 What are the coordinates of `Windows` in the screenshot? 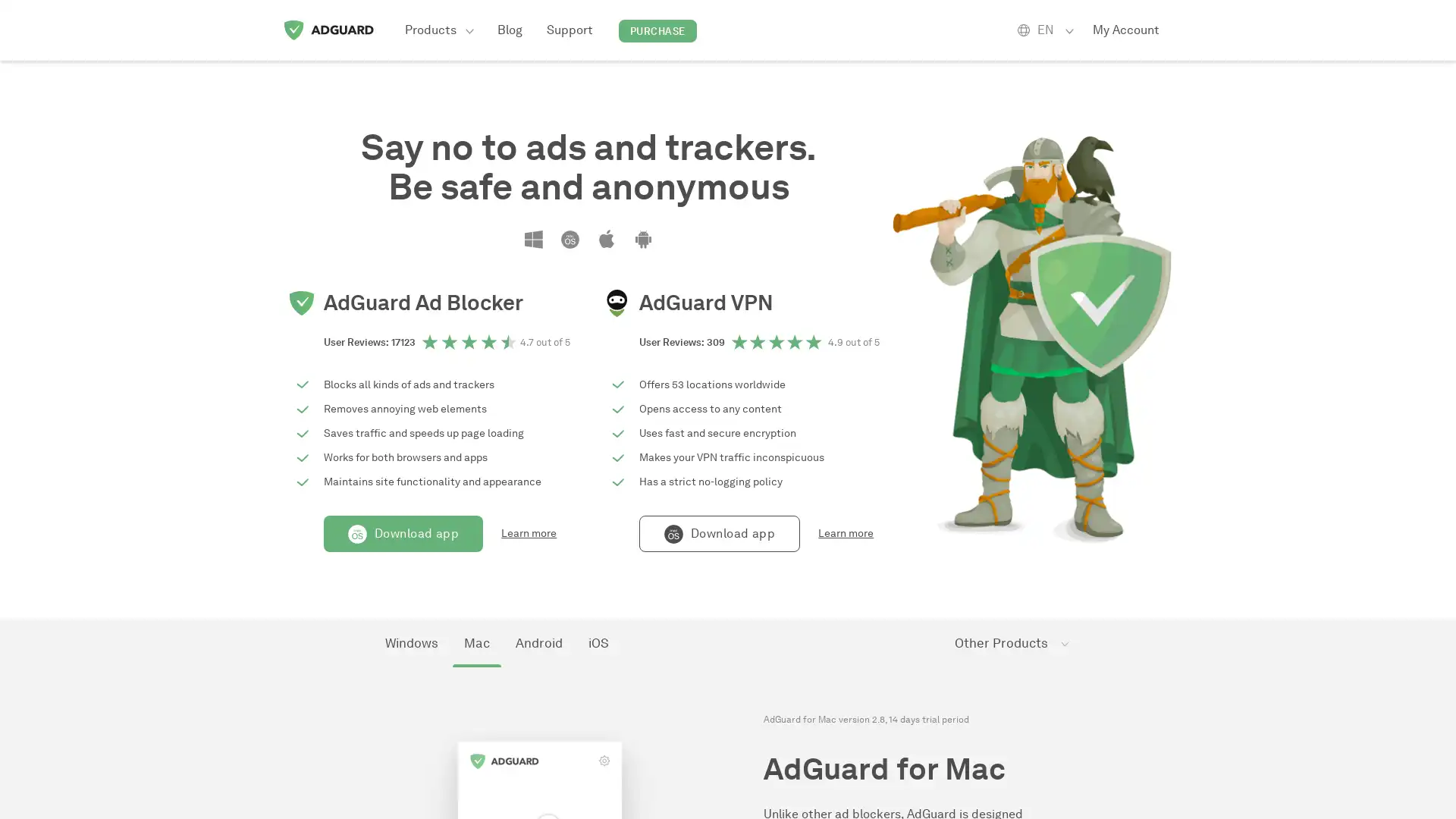 It's located at (411, 643).